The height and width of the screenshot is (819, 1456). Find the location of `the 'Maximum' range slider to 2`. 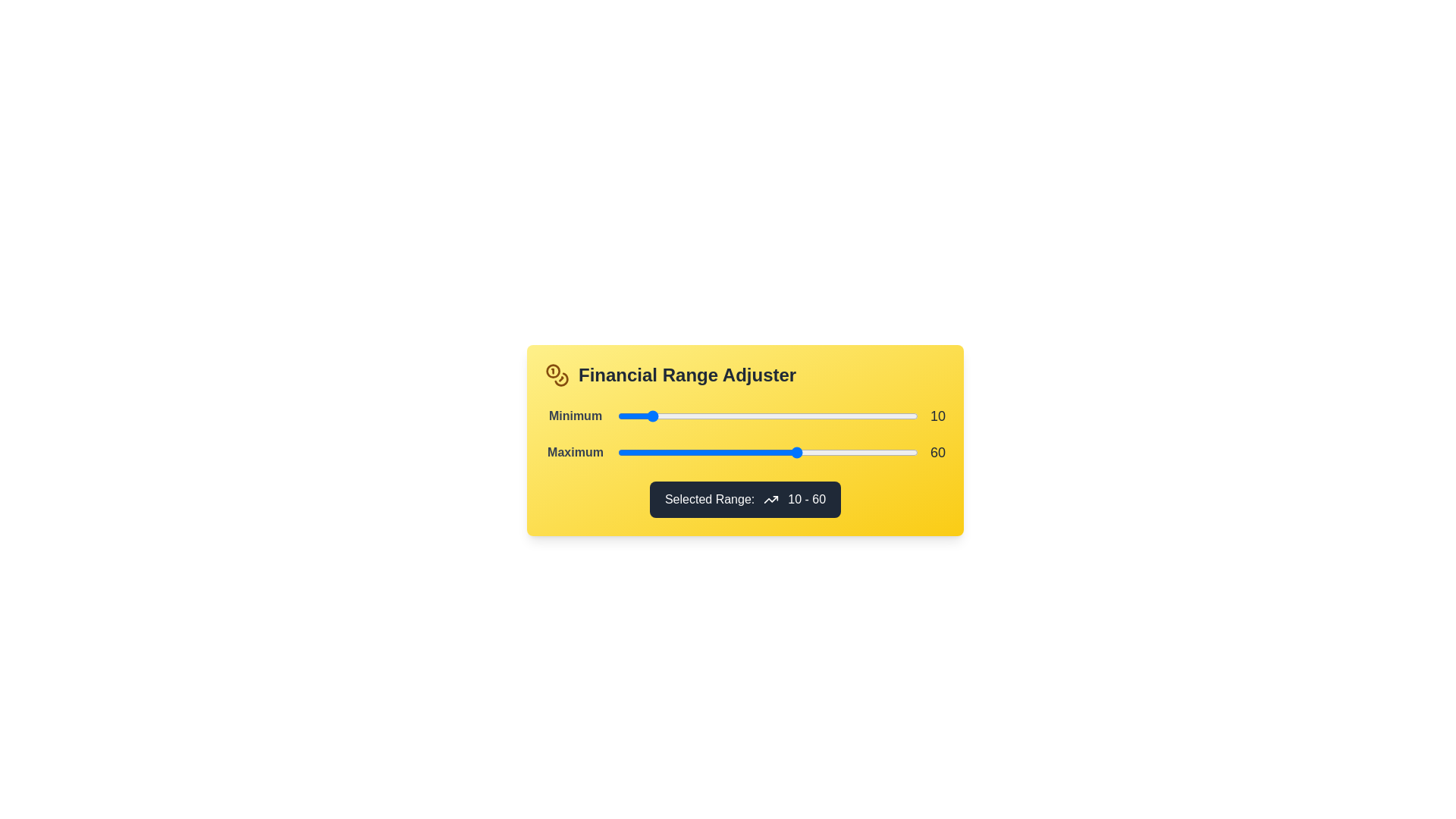

the 'Maximum' range slider to 2 is located at coordinates (623, 452).